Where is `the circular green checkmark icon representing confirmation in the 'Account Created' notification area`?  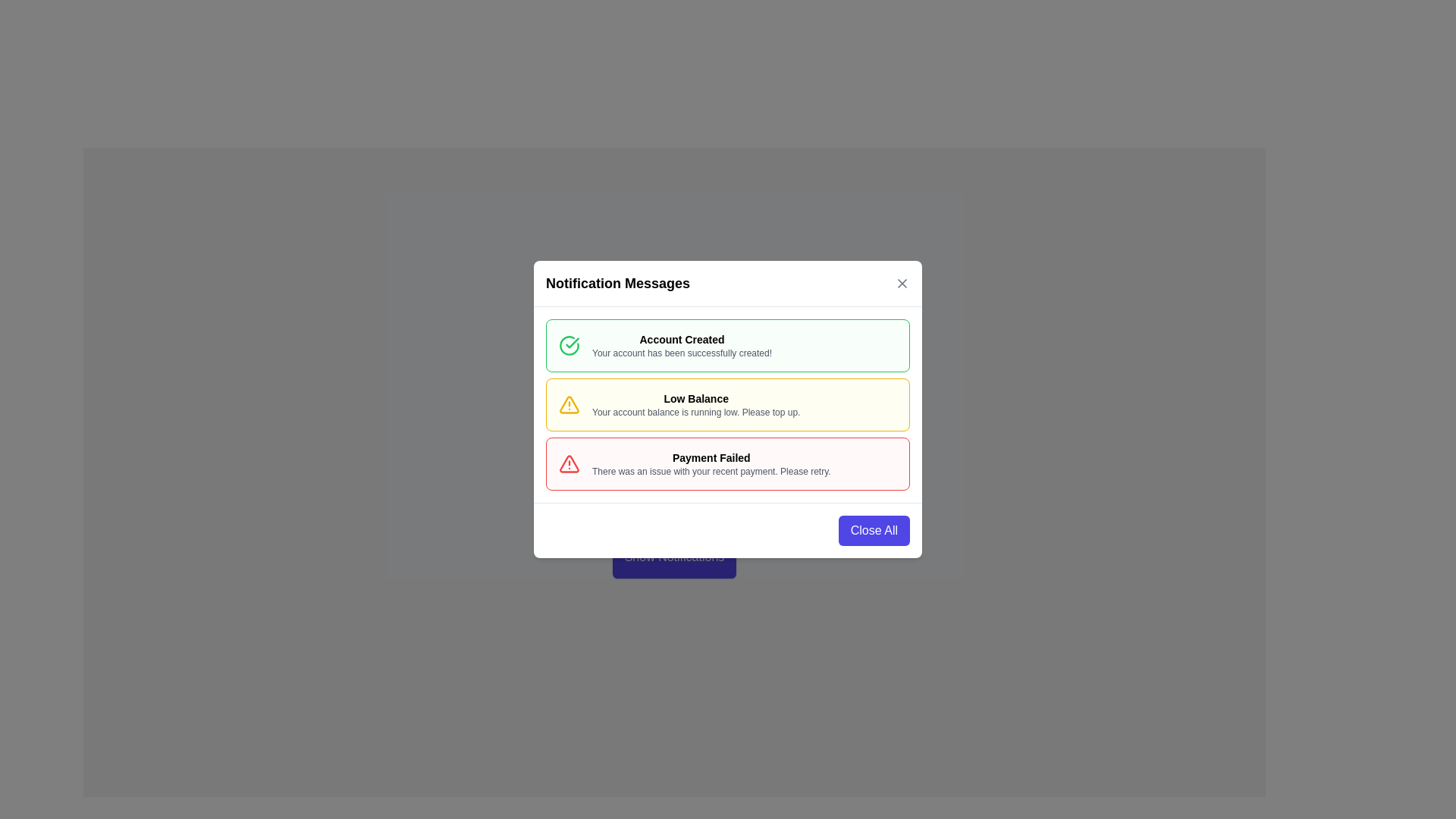
the circular green checkmark icon representing confirmation in the 'Account Created' notification area is located at coordinates (568, 345).